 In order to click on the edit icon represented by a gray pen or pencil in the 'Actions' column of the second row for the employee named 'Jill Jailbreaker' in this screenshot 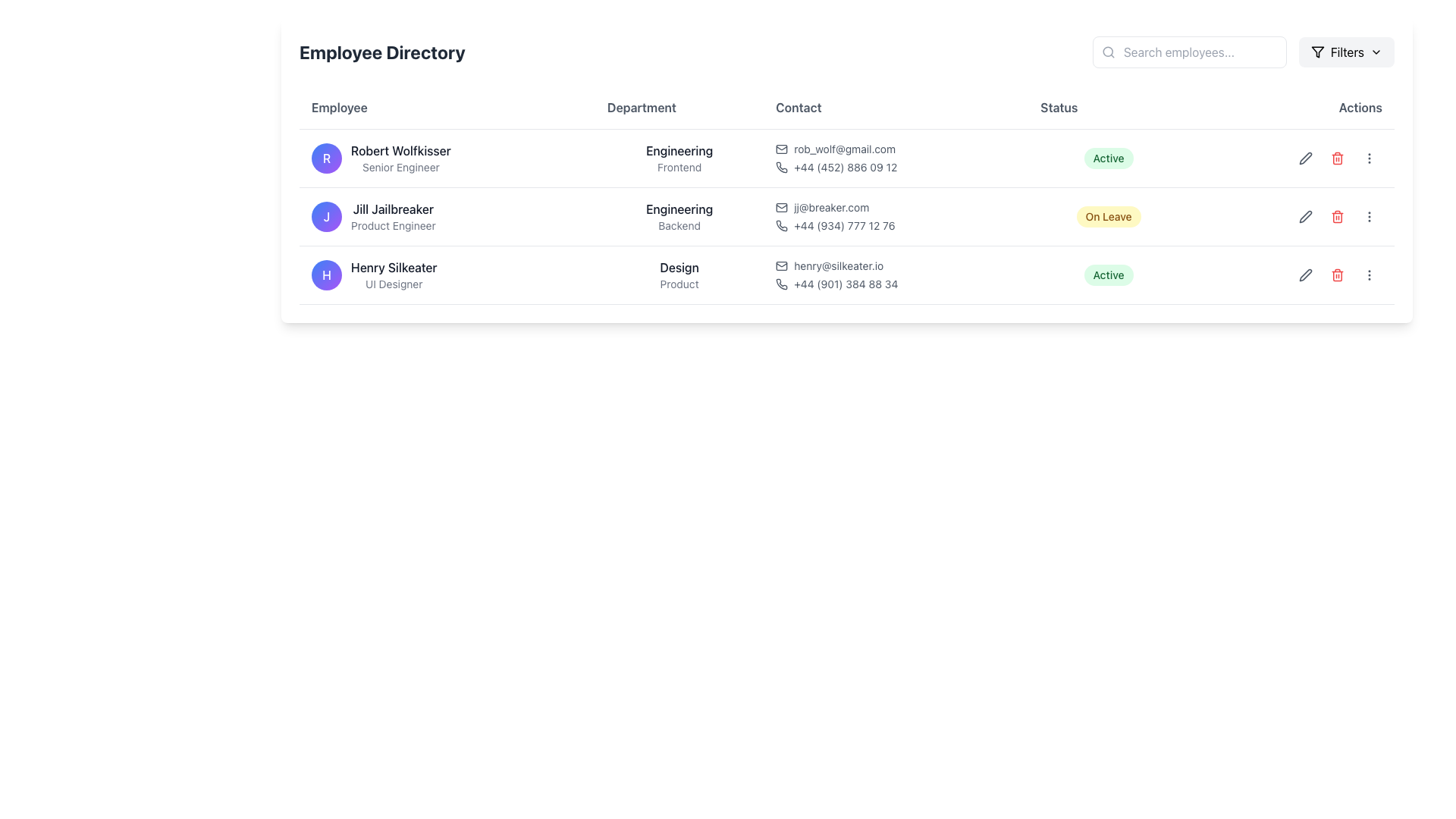, I will do `click(1305, 216)`.